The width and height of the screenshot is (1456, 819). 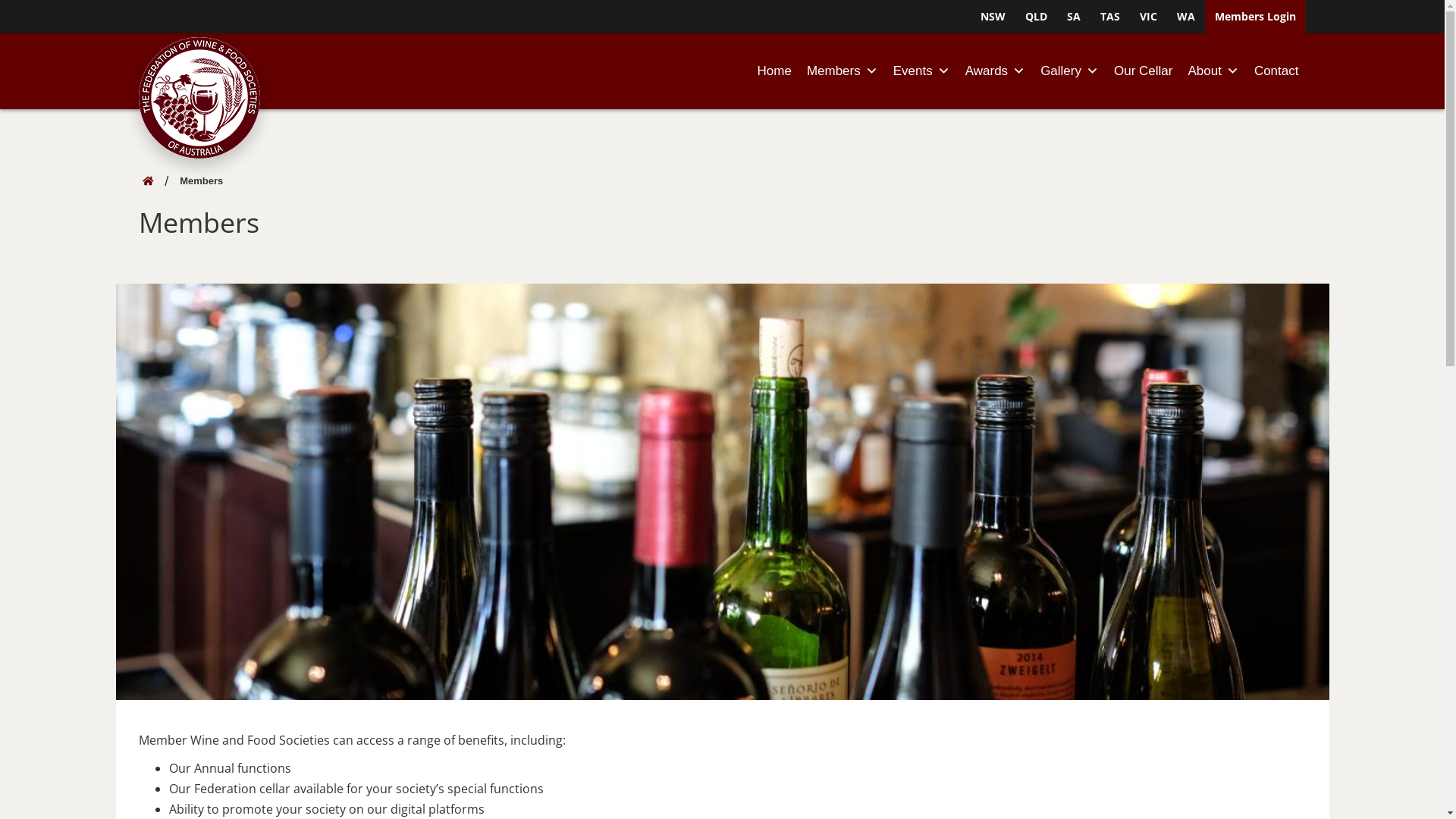 I want to click on 'Events', so click(x=921, y=71).